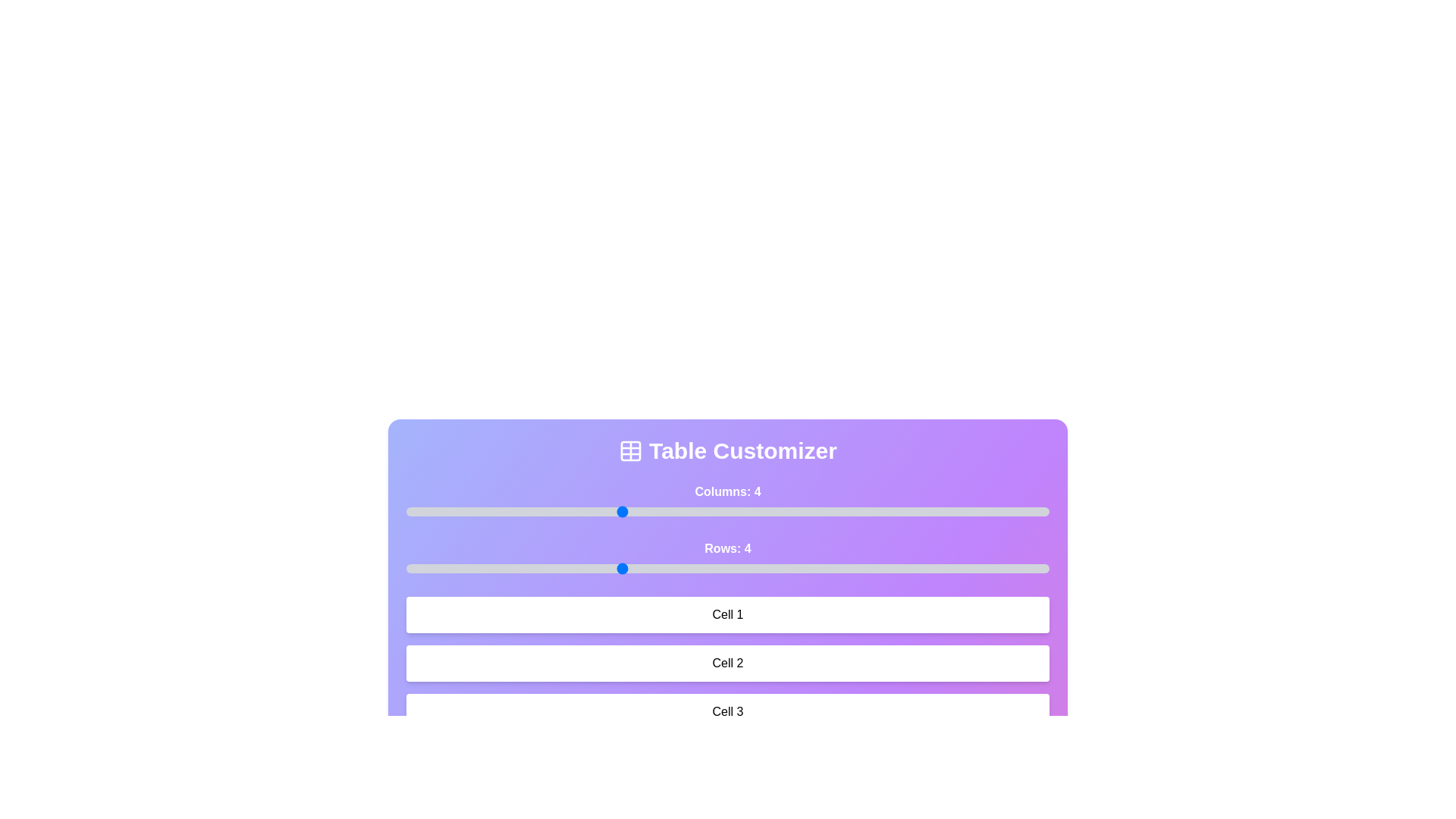 This screenshot has width=1456, height=819. What do you see at coordinates (406, 512) in the screenshot?
I see `the column slider to set the number of columns to 2` at bounding box center [406, 512].